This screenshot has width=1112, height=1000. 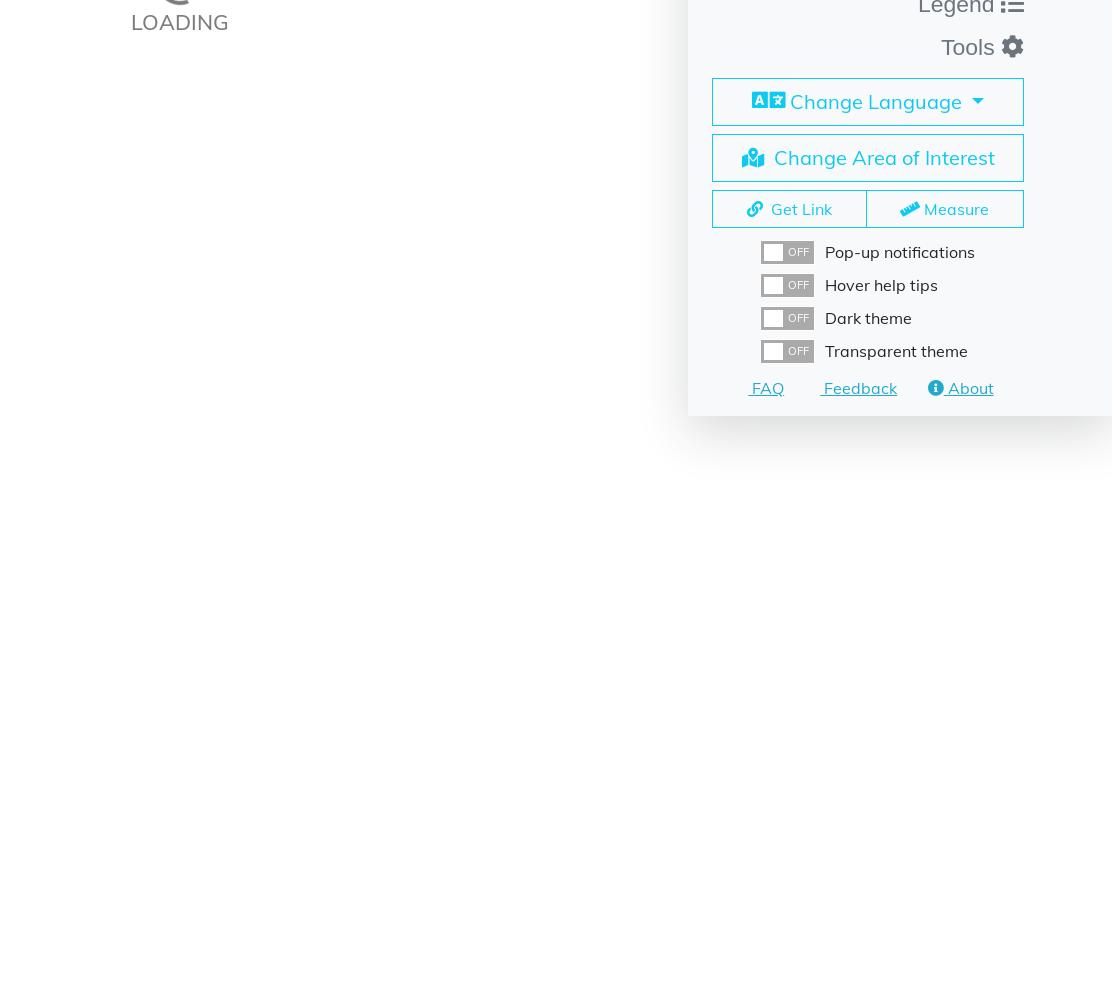 I want to click on 'Pop-up notifications', so click(x=900, y=252).